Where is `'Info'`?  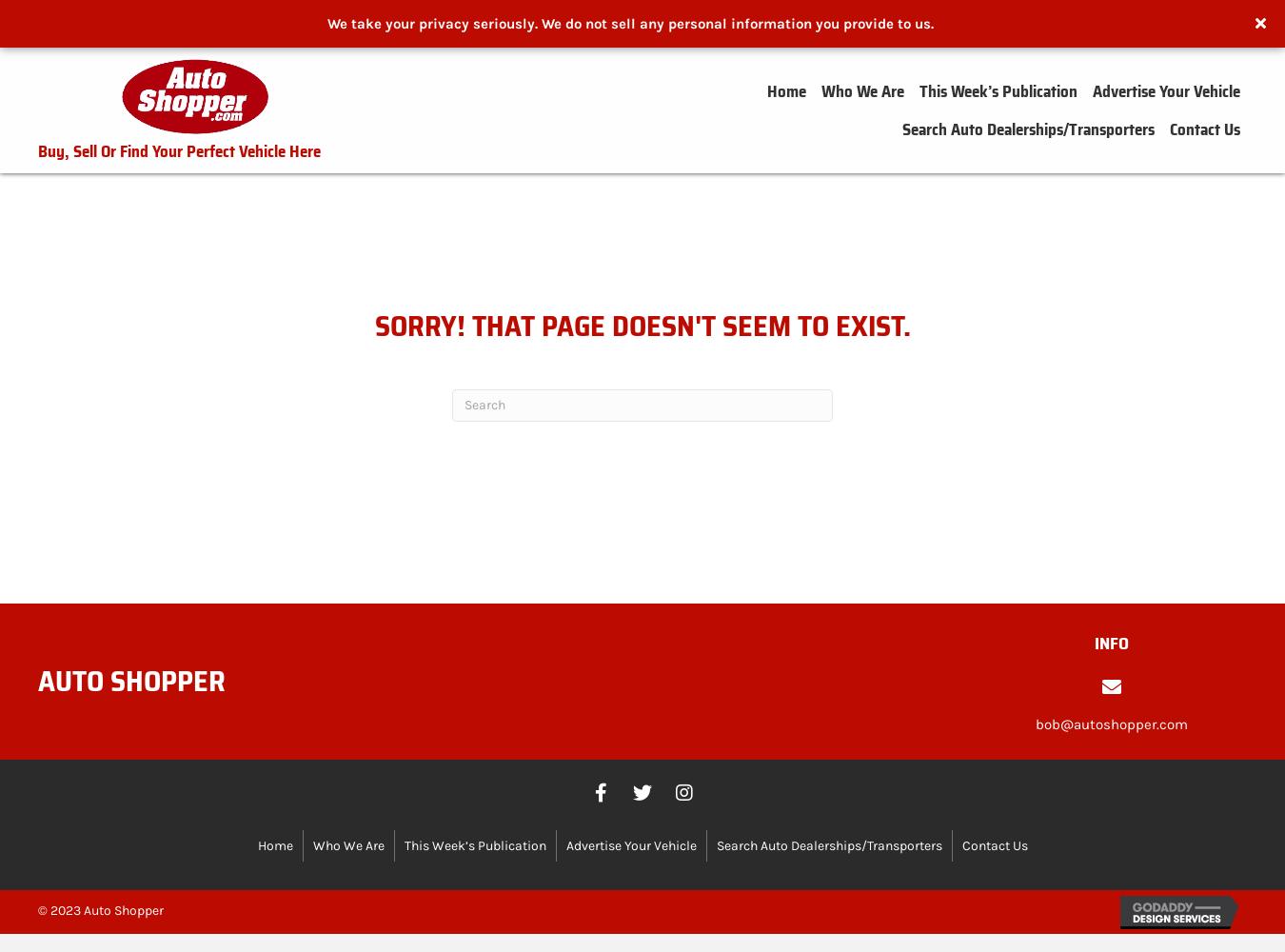
'Info' is located at coordinates (1111, 643).